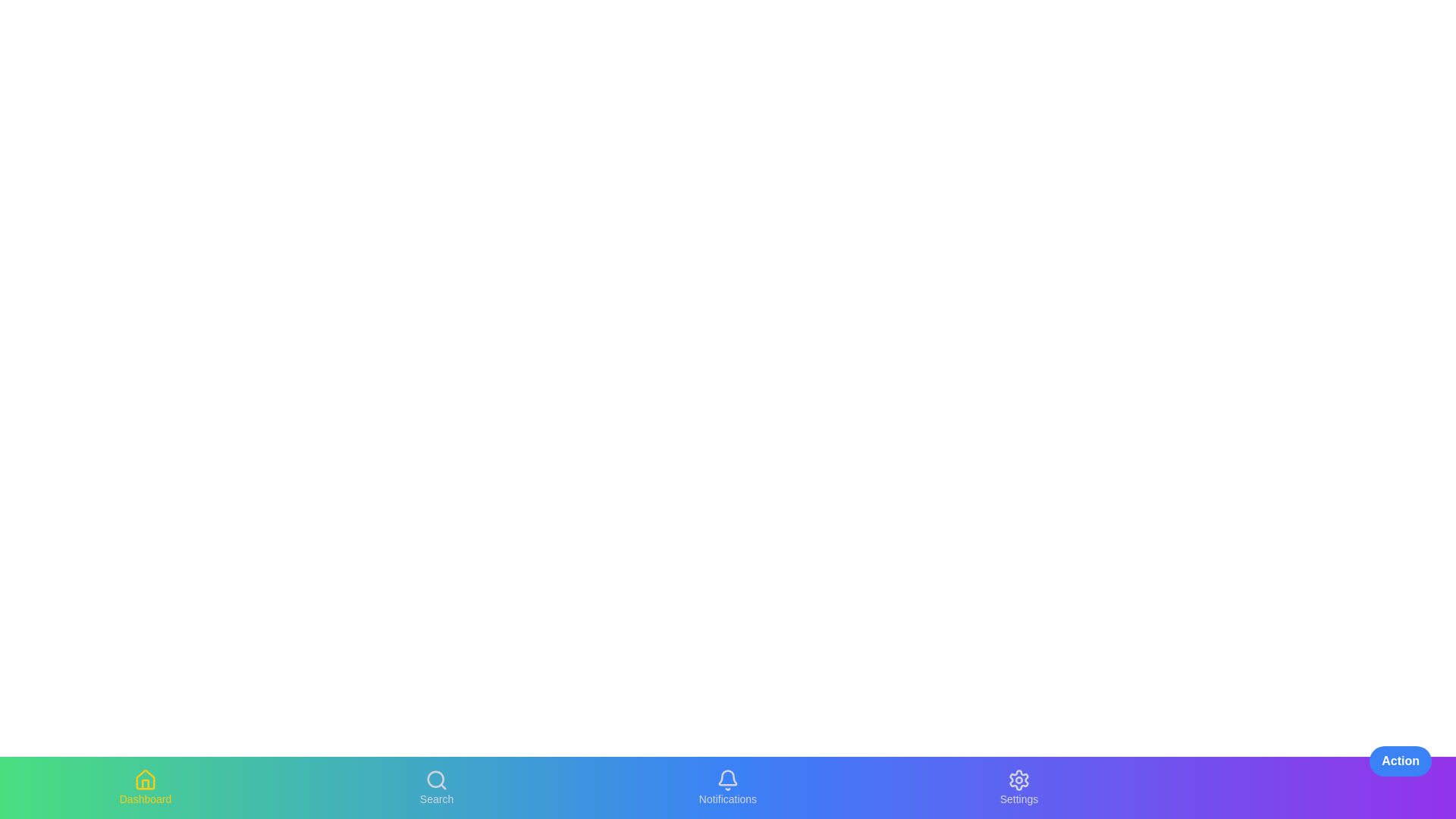 Image resolution: width=1456 pixels, height=819 pixels. Describe the element at coordinates (436, 786) in the screenshot. I see `the navigation item labeled Search` at that location.